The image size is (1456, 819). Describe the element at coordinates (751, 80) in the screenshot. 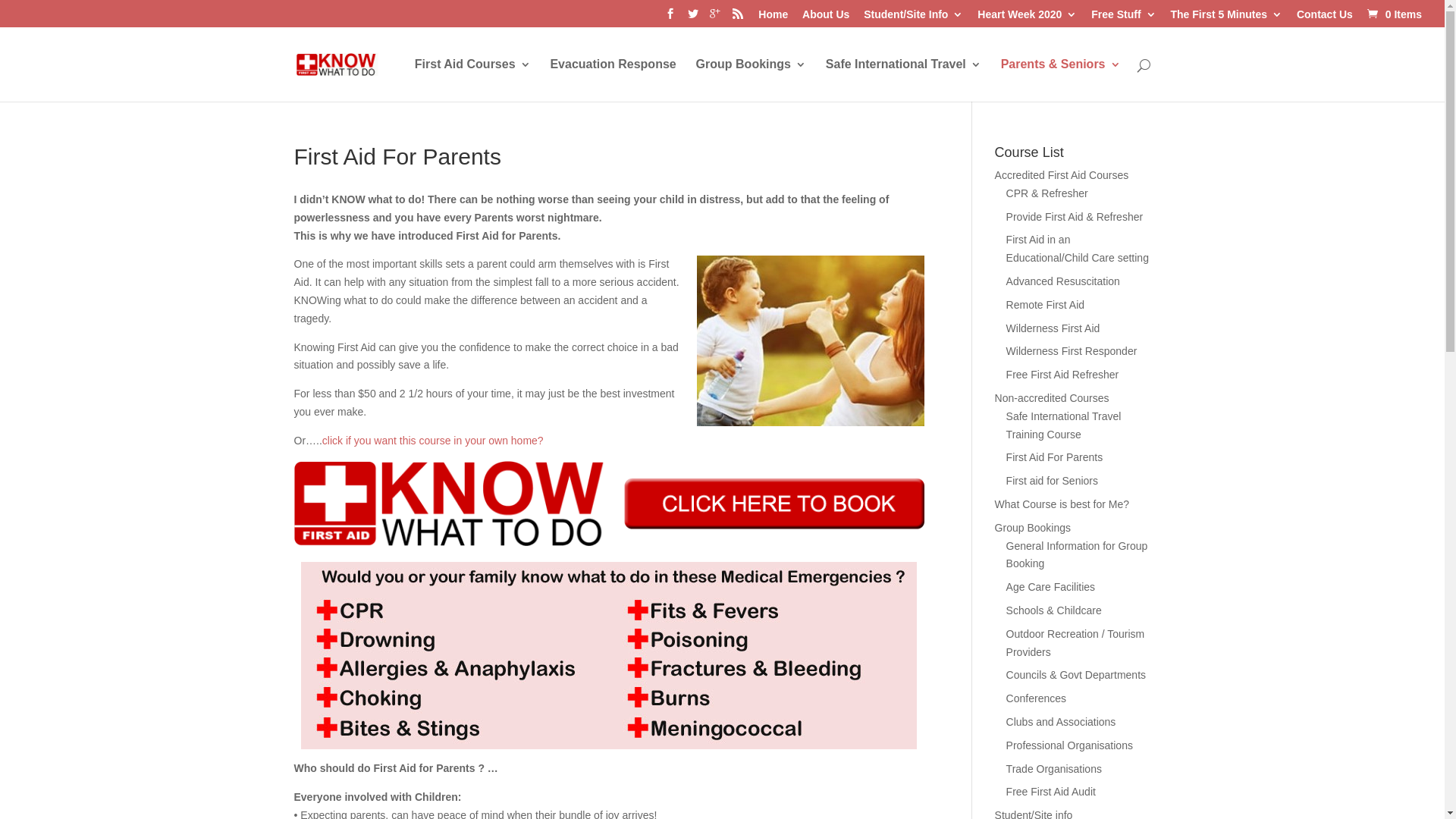

I see `'Group Bookings'` at that location.